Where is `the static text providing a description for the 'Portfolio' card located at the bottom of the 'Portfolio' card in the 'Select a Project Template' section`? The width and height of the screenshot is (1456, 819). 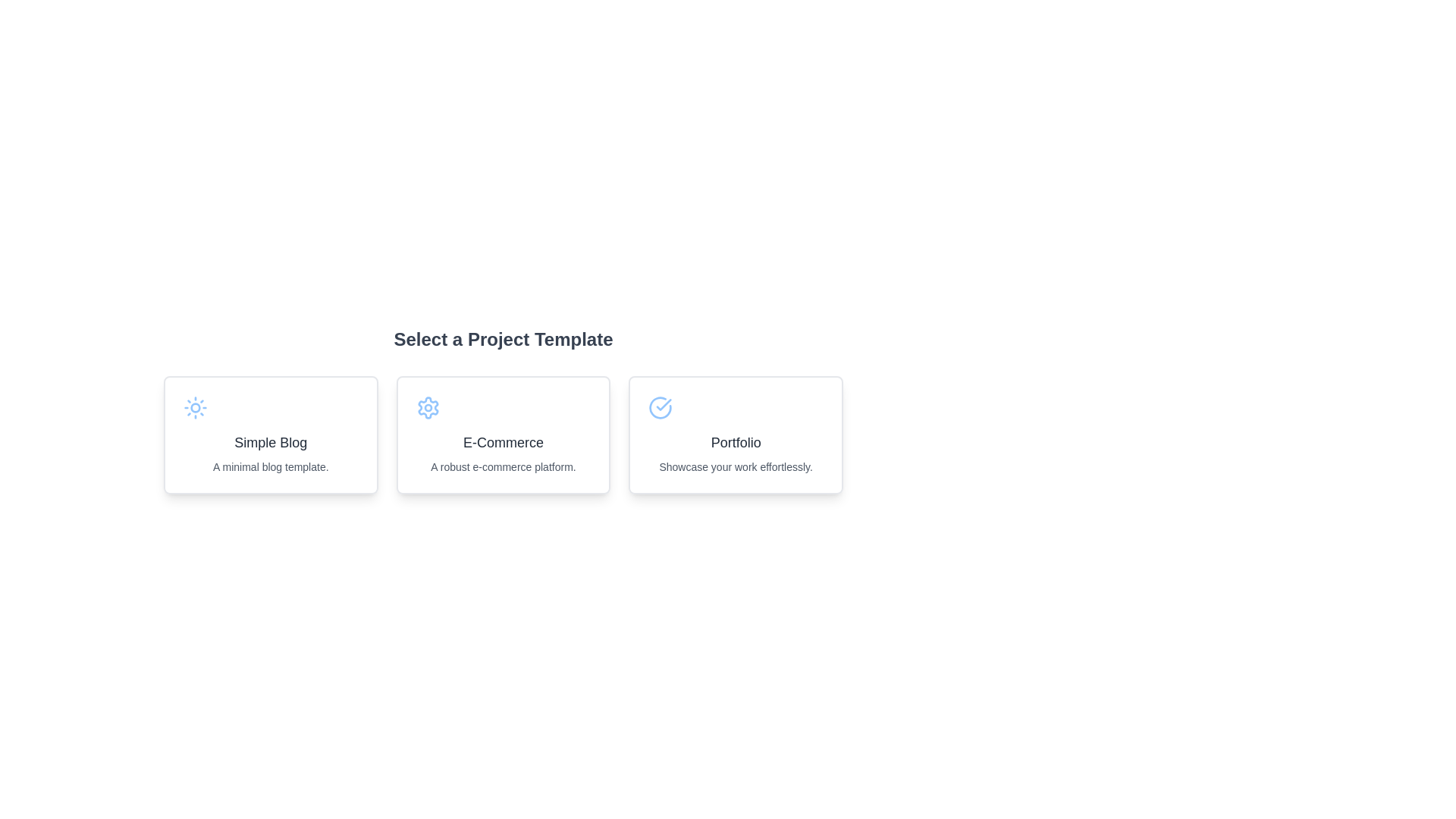 the static text providing a description for the 'Portfolio' card located at the bottom of the 'Portfolio' card in the 'Select a Project Template' section is located at coordinates (736, 466).